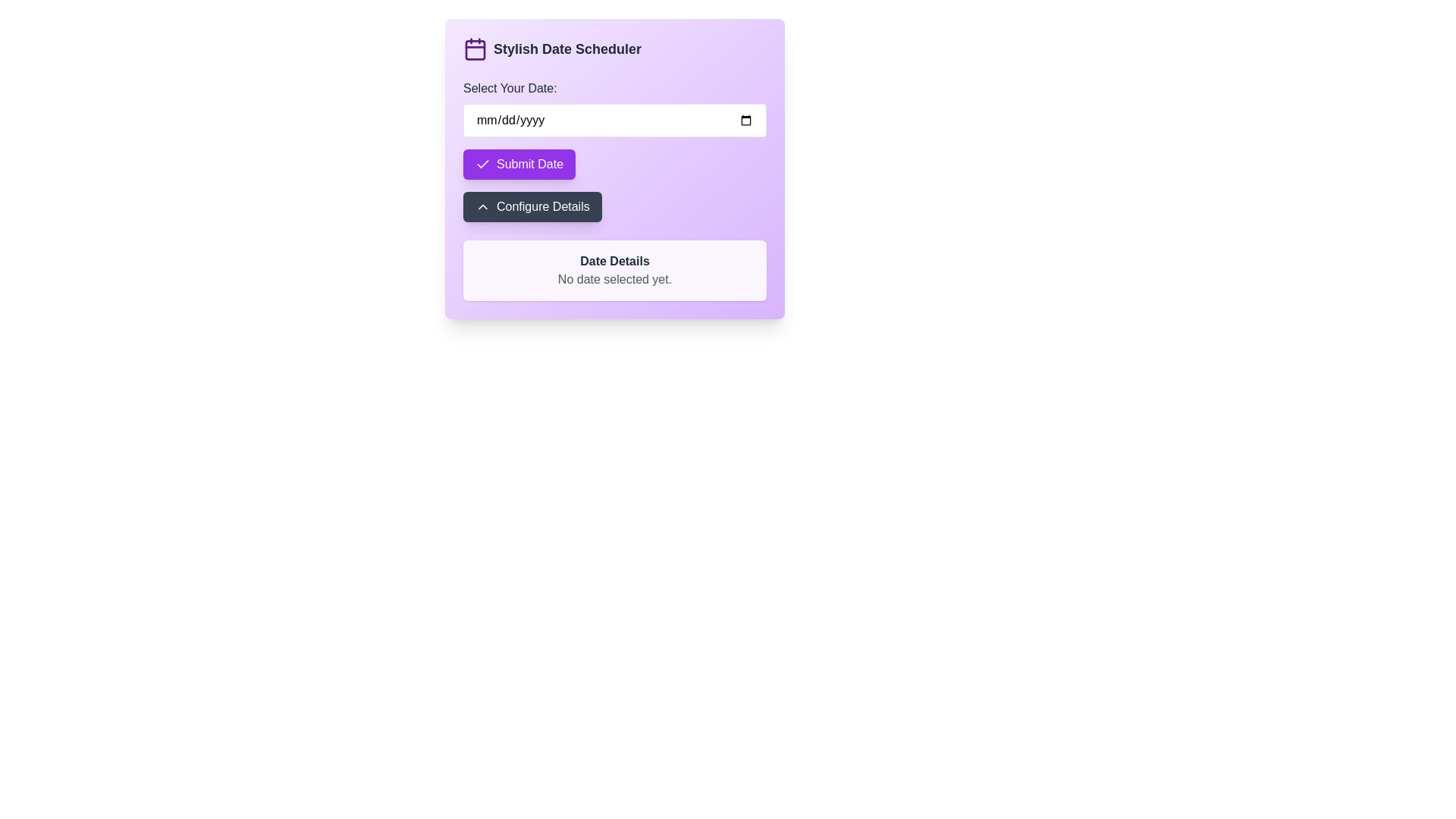 This screenshot has height=819, width=1456. Describe the element at coordinates (519, 164) in the screenshot. I see `the 'Submit Date' button with a vibrant purple background and white text to observe the hover effect` at that location.